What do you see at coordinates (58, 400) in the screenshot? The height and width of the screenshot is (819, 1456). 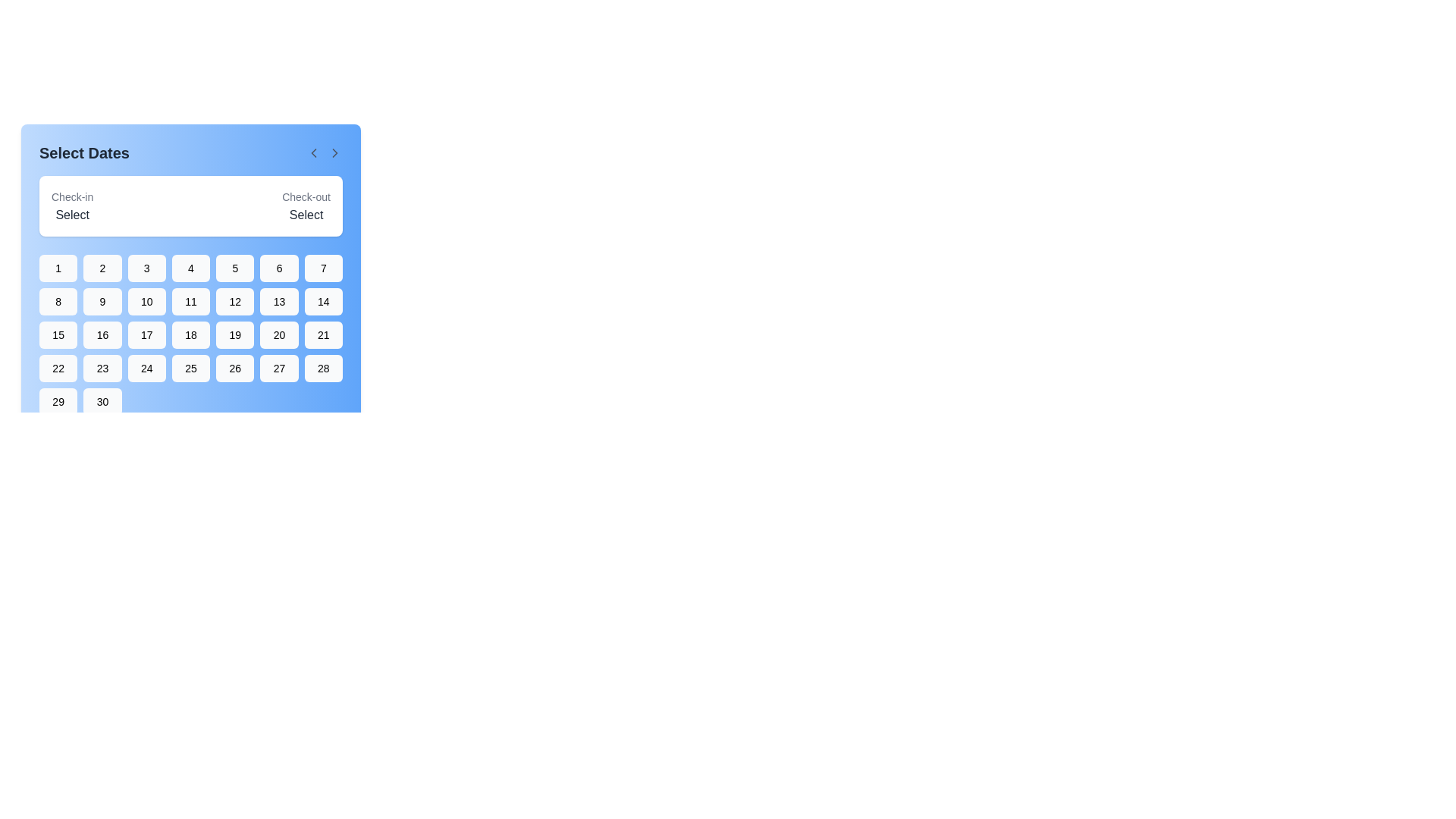 I see `the selectable day button representing the 29th day in the calendar interface for potential reordering` at bounding box center [58, 400].